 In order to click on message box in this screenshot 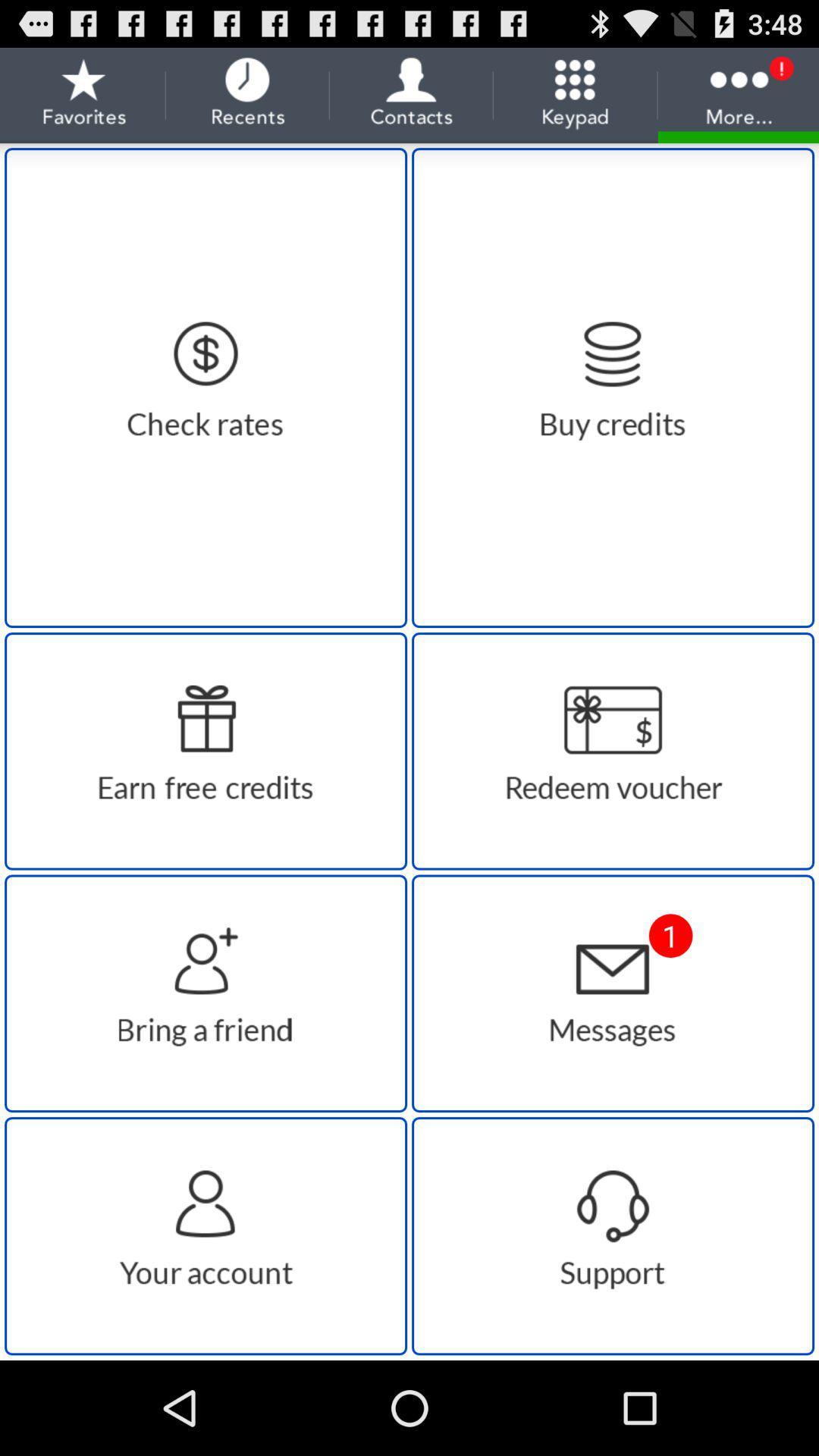, I will do `click(612, 993)`.